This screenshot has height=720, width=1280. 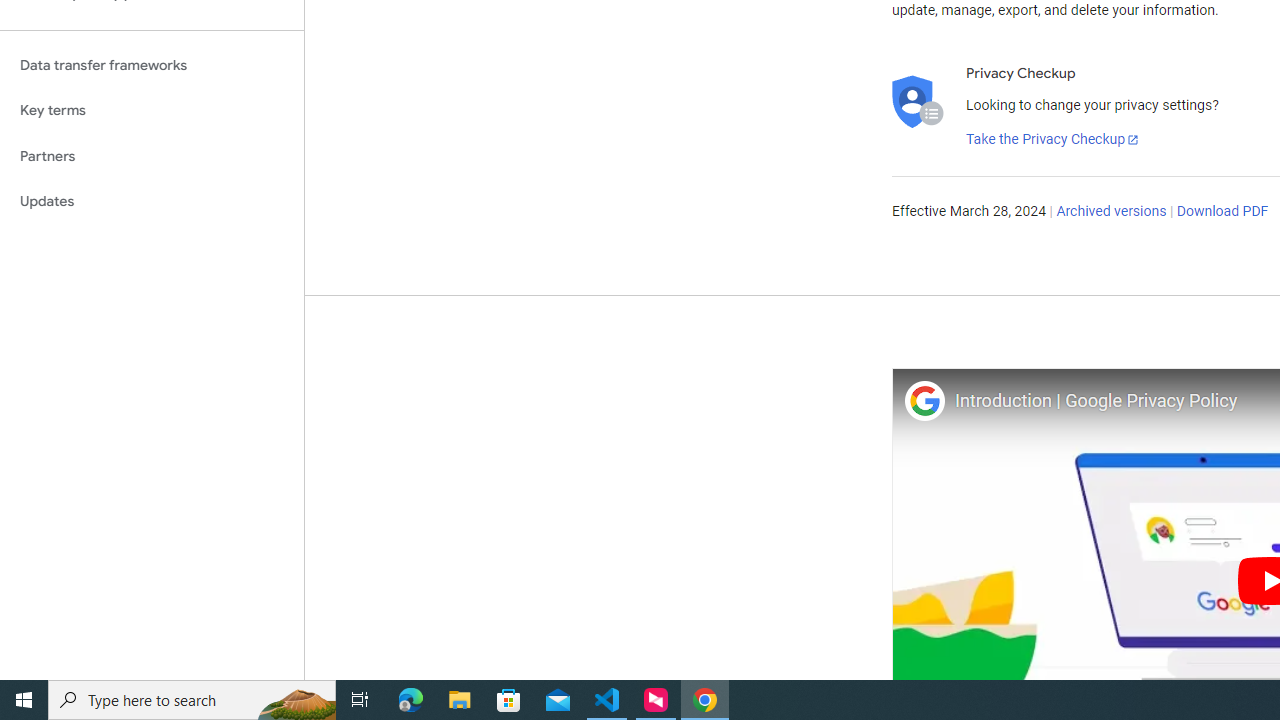 What do you see at coordinates (151, 64) in the screenshot?
I see `'Data transfer frameworks'` at bounding box center [151, 64].